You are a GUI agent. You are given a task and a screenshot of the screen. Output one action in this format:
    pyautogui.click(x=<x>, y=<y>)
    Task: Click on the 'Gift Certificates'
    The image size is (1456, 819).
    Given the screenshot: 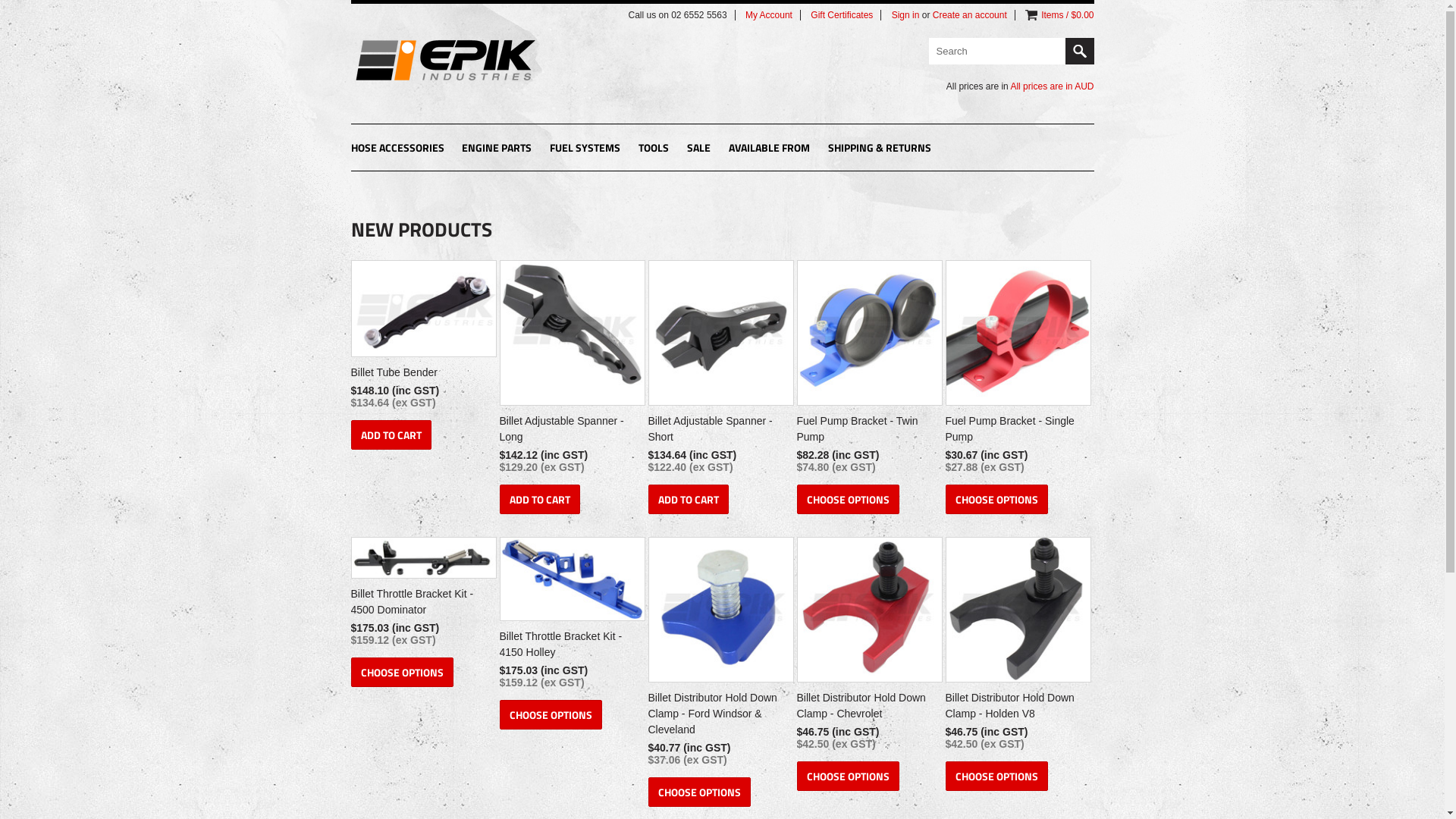 What is the action you would take?
    pyautogui.click(x=840, y=14)
    